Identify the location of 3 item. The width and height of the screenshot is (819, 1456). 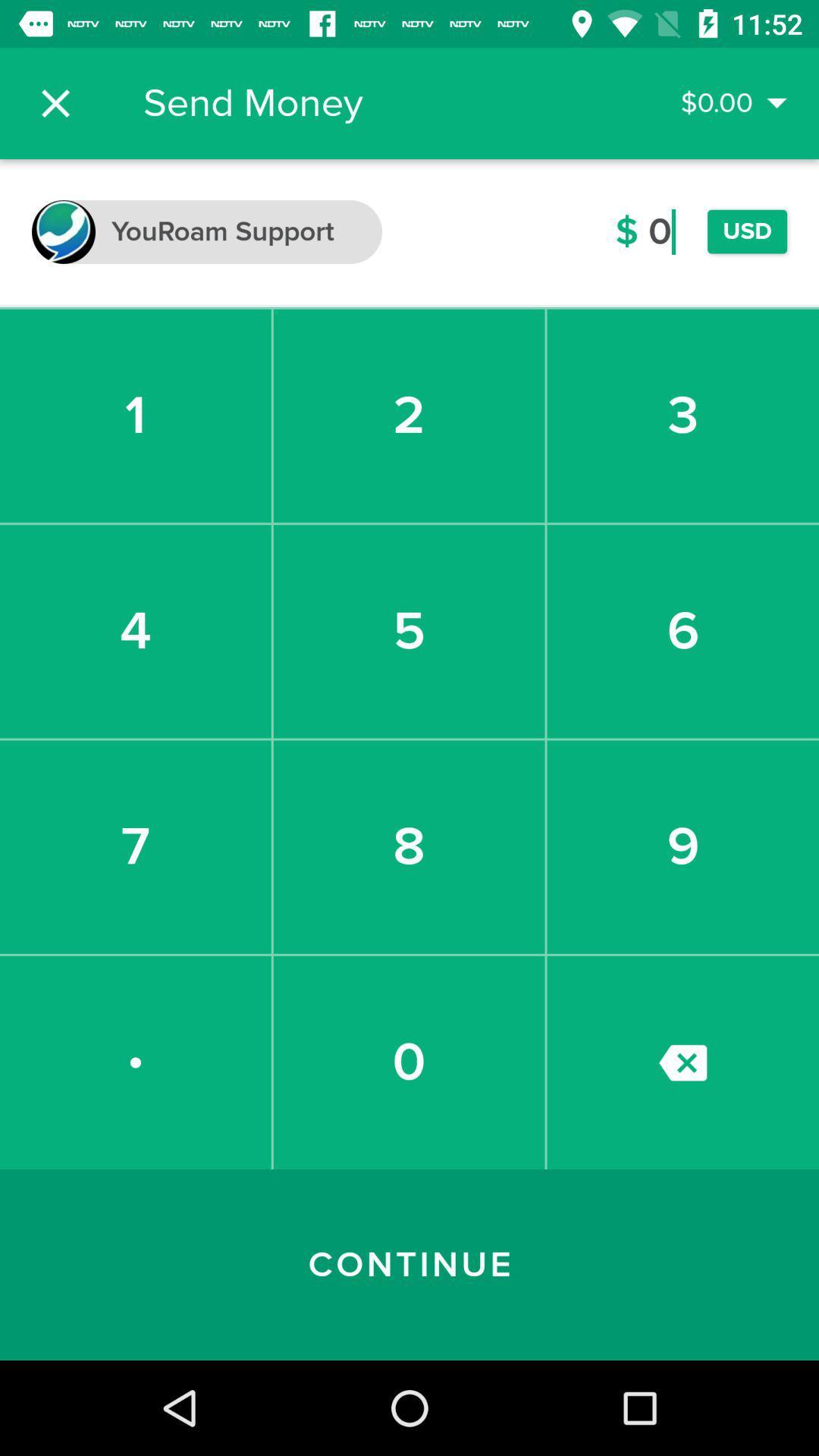
(682, 416).